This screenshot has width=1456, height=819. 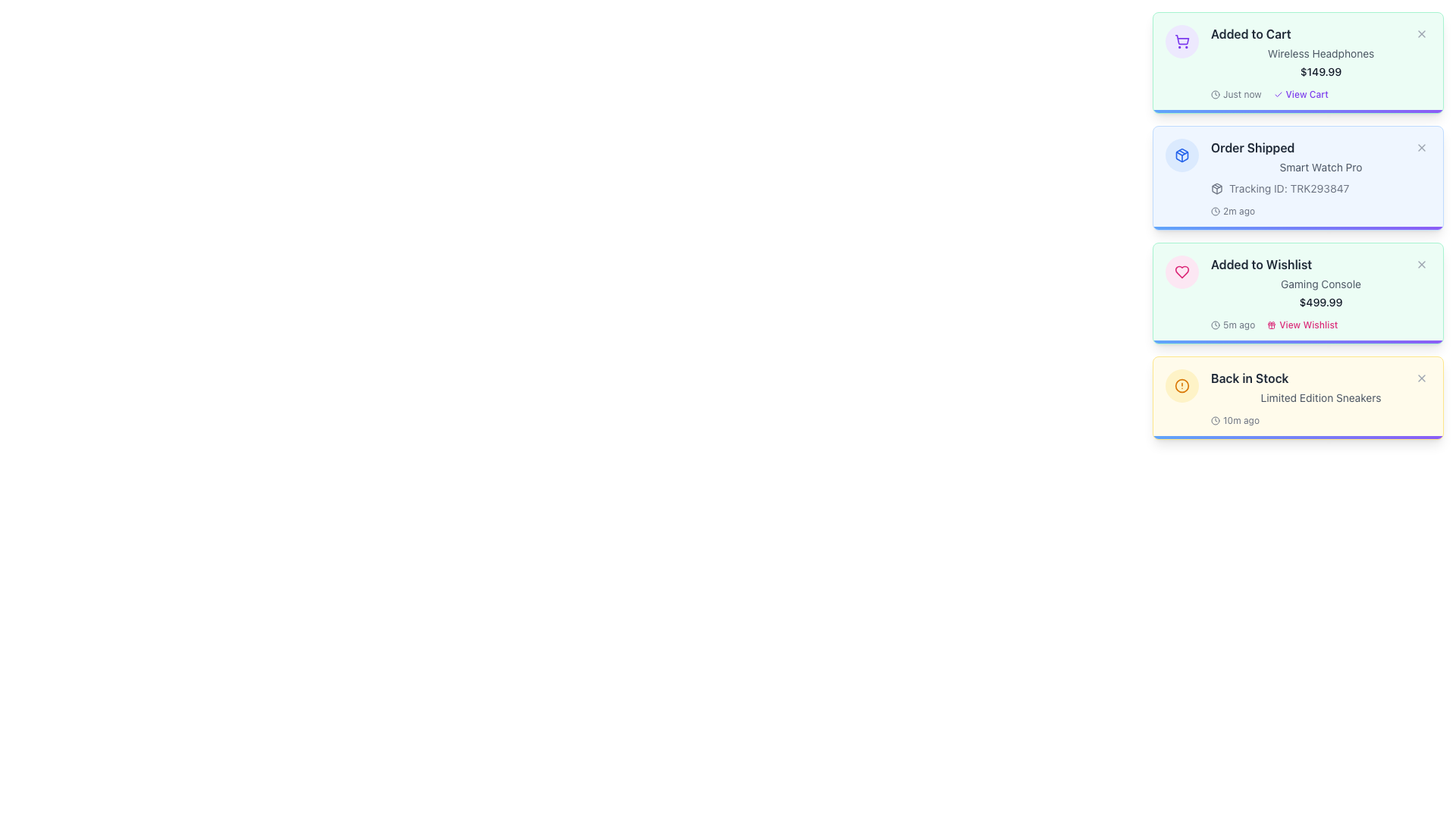 What do you see at coordinates (1253, 148) in the screenshot?
I see `the title or header text element in the second notification panel from the top, located at the top-left corner adjacent to an icon and a button` at bounding box center [1253, 148].